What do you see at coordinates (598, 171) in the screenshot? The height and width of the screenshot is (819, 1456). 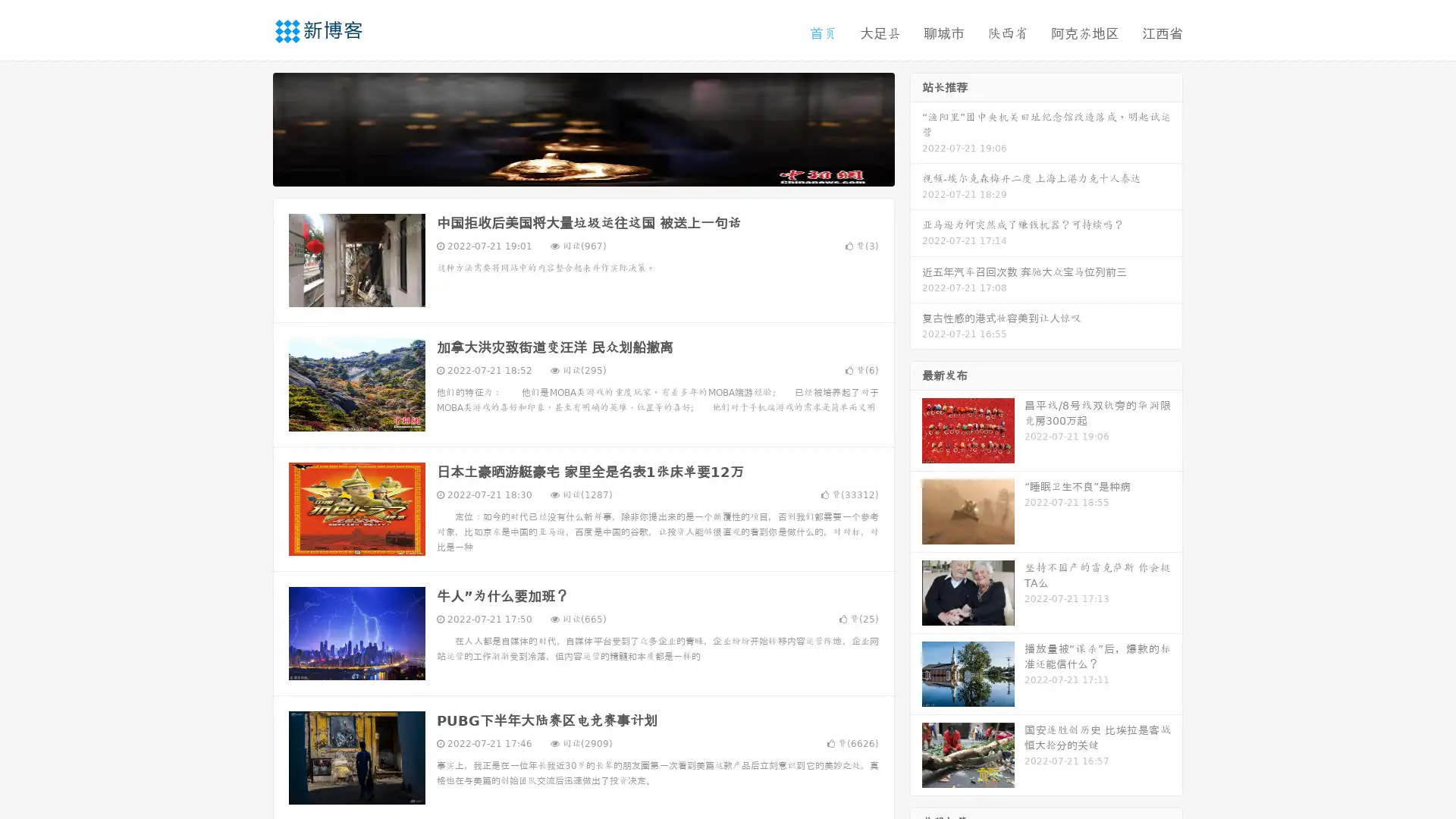 I see `Go to slide 3` at bounding box center [598, 171].